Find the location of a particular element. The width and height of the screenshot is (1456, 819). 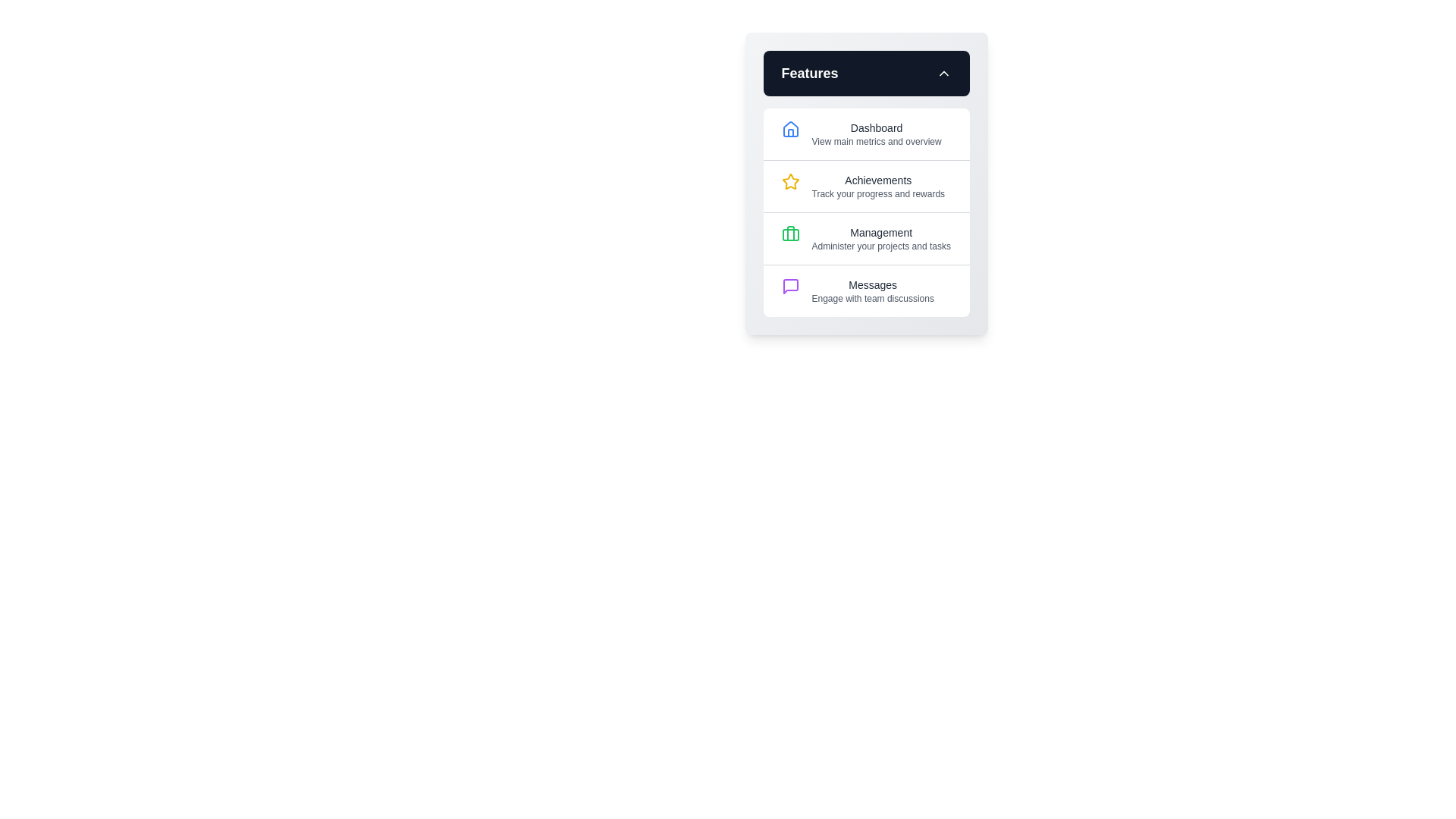

the blue house-shaped icon located to the left of the 'Dashboard' text in the 'Features' menu to trigger potential hover effects is located at coordinates (789, 128).